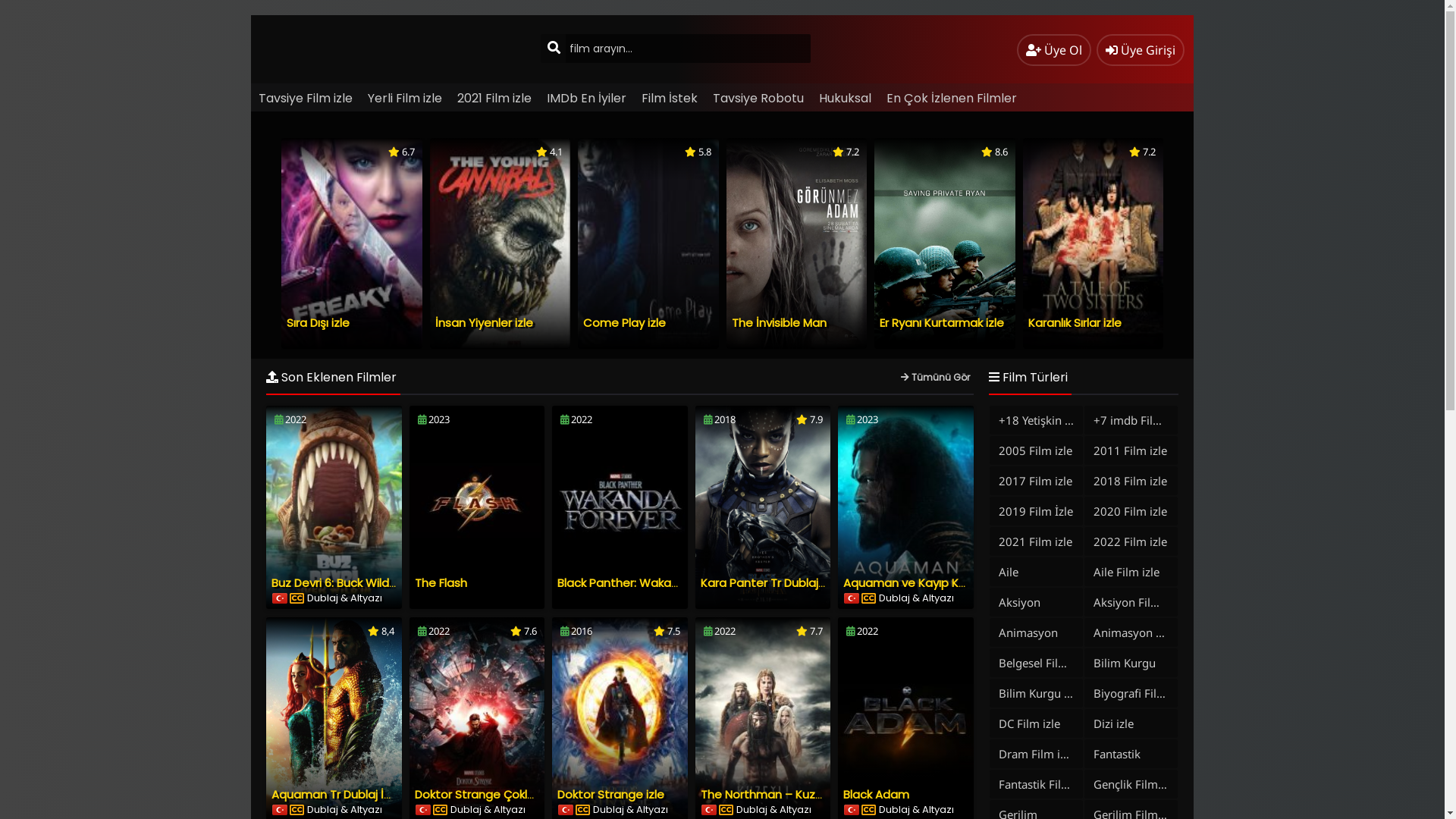 This screenshot has width=1456, height=819. What do you see at coordinates (990, 754) in the screenshot?
I see `'Dram Film izle'` at bounding box center [990, 754].